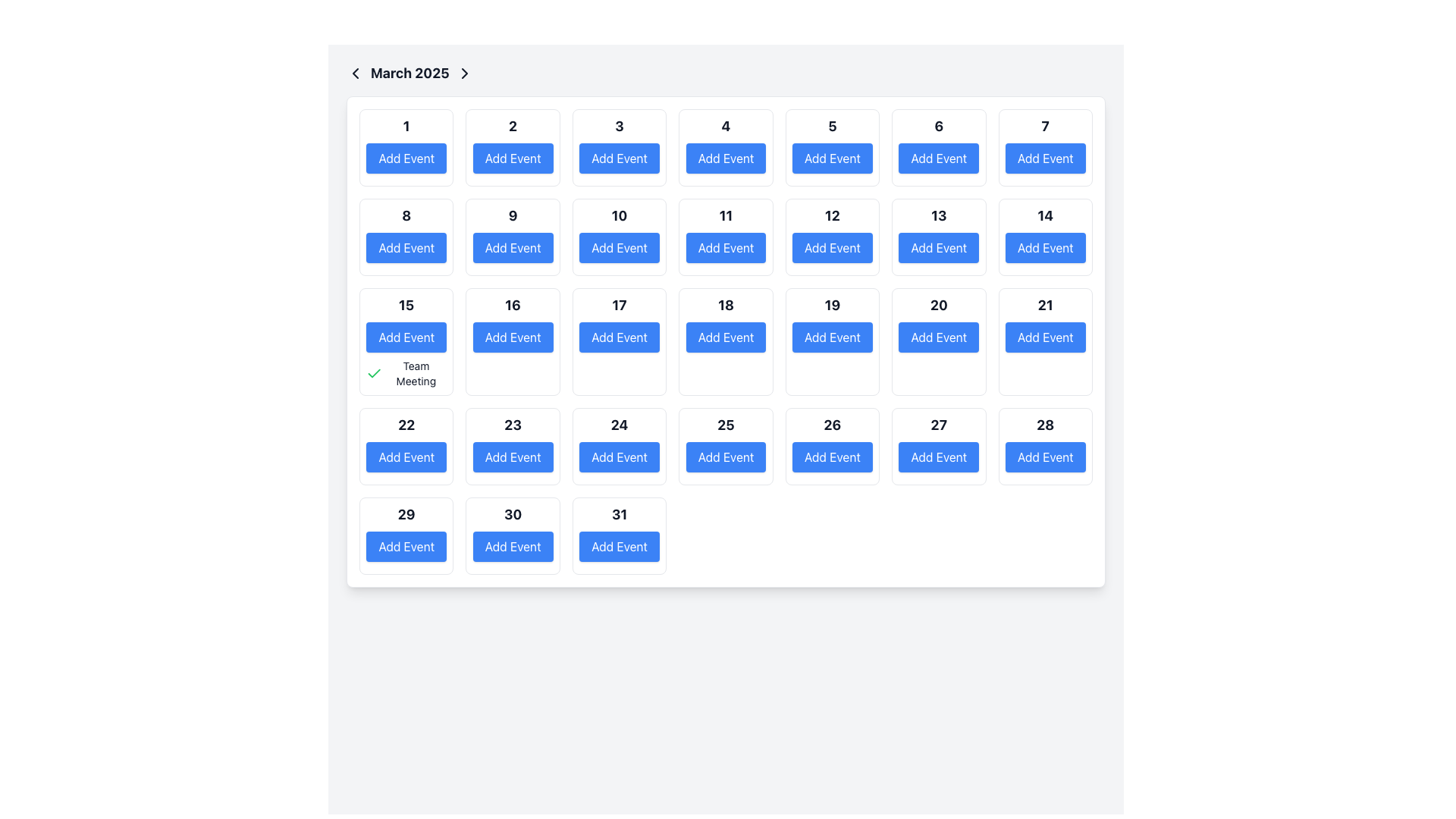 This screenshot has height=819, width=1456. Describe the element at coordinates (1044, 342) in the screenshot. I see `day number displayed in the Calendar Day Cell, which shows the number '21' in large, bold text` at that location.